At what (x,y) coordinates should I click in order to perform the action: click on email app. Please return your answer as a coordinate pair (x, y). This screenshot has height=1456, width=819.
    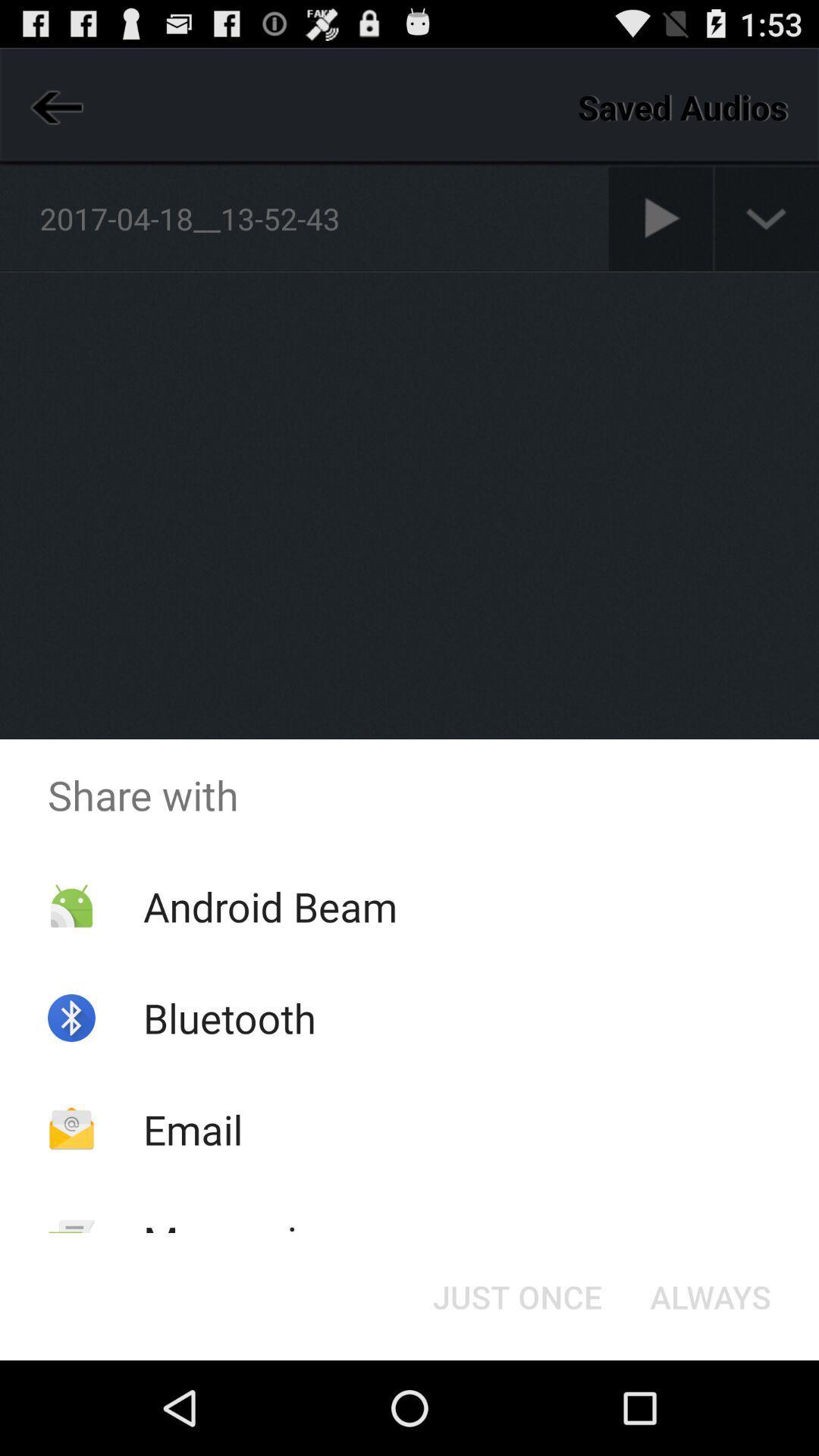
    Looking at the image, I should click on (192, 1129).